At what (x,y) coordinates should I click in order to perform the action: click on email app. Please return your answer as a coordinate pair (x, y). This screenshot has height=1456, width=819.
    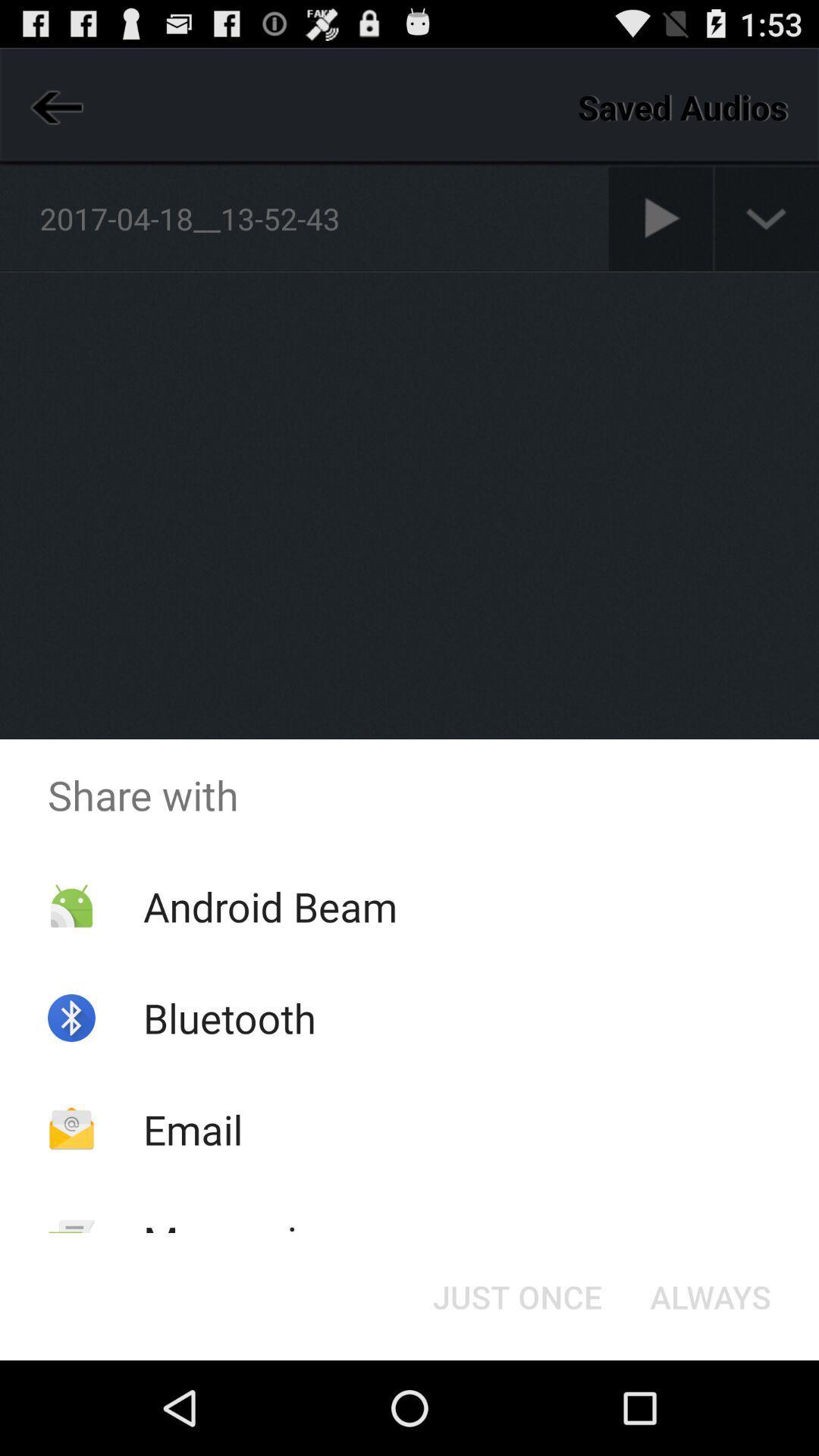
    Looking at the image, I should click on (192, 1129).